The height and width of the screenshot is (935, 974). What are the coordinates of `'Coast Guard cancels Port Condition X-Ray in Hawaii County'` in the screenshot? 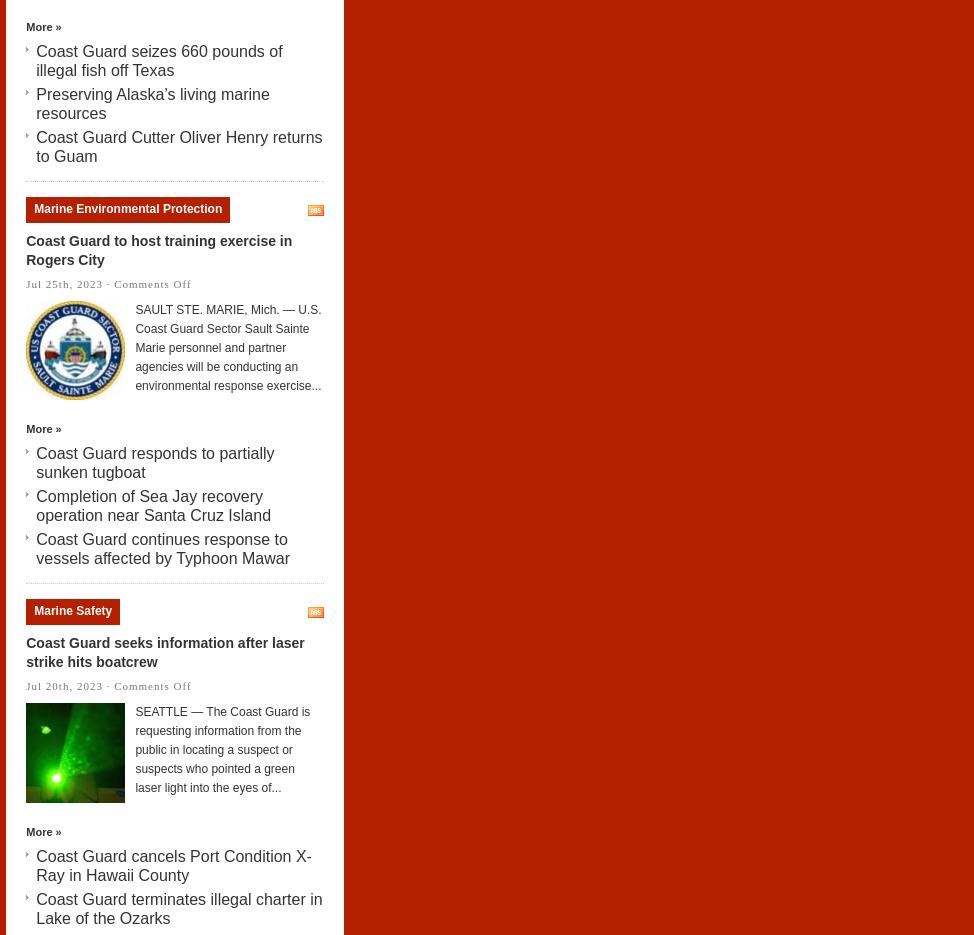 It's located at (173, 863).